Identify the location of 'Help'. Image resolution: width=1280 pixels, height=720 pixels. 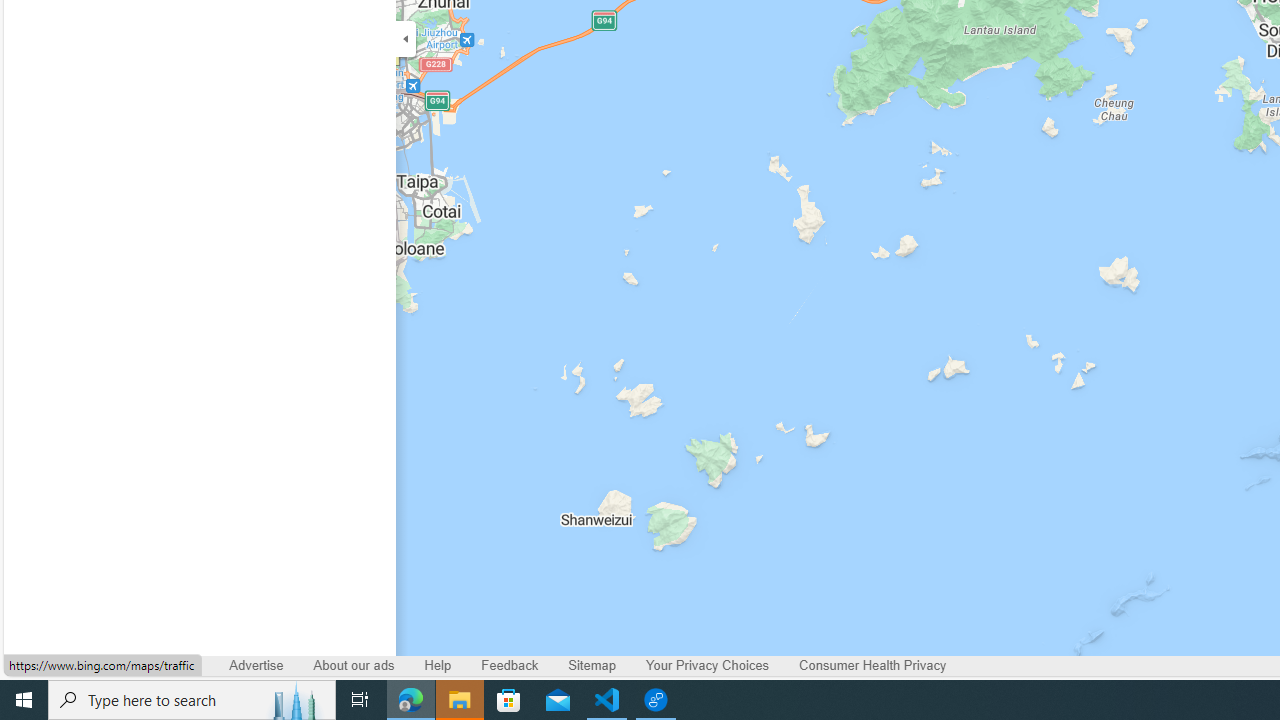
(436, 665).